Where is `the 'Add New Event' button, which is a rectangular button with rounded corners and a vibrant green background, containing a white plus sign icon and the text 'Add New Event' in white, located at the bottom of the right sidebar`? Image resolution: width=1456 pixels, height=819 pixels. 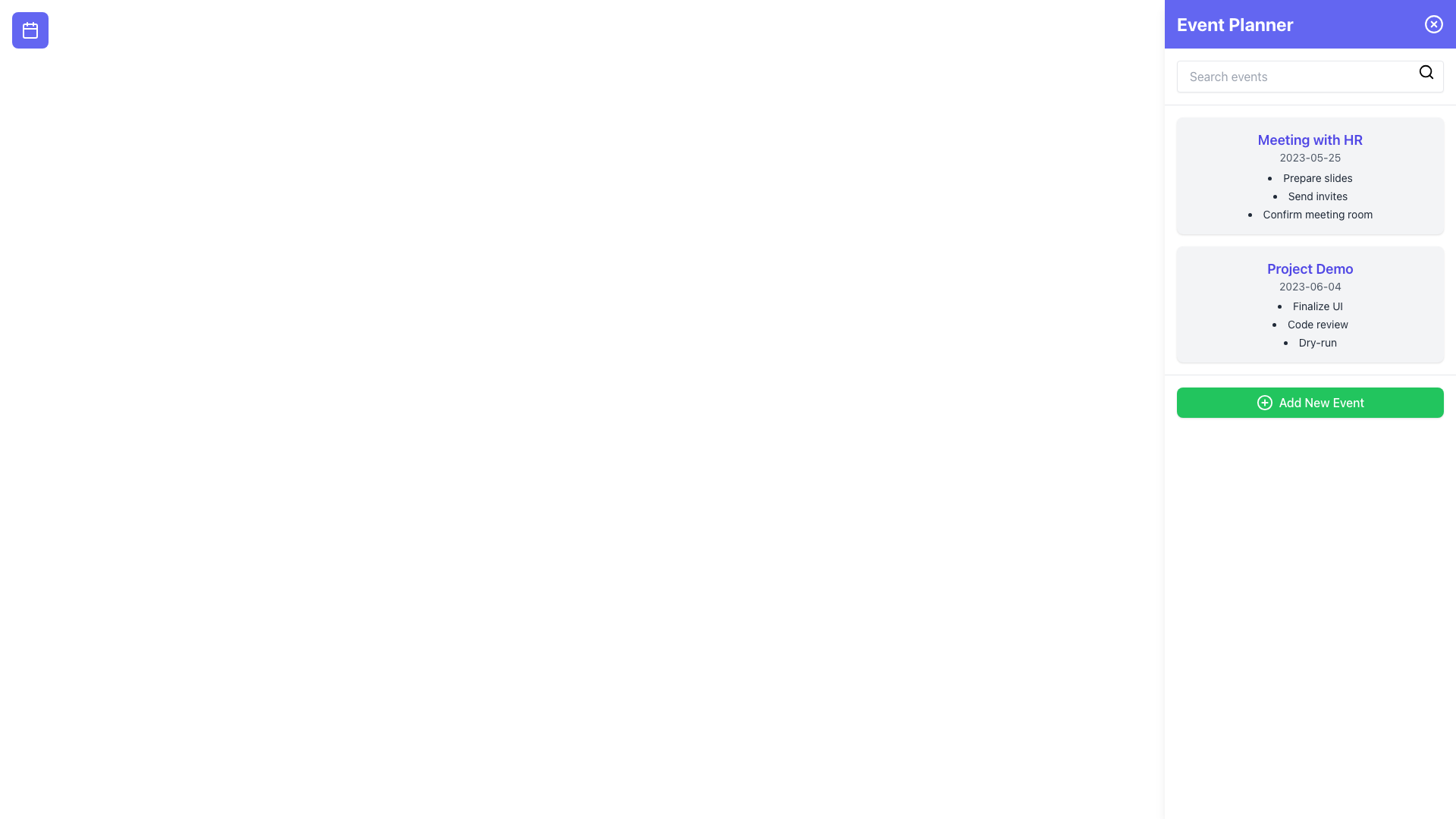 the 'Add New Event' button, which is a rectangular button with rounded corners and a vibrant green background, containing a white plus sign icon and the text 'Add New Event' in white, located at the bottom of the right sidebar is located at coordinates (1310, 402).